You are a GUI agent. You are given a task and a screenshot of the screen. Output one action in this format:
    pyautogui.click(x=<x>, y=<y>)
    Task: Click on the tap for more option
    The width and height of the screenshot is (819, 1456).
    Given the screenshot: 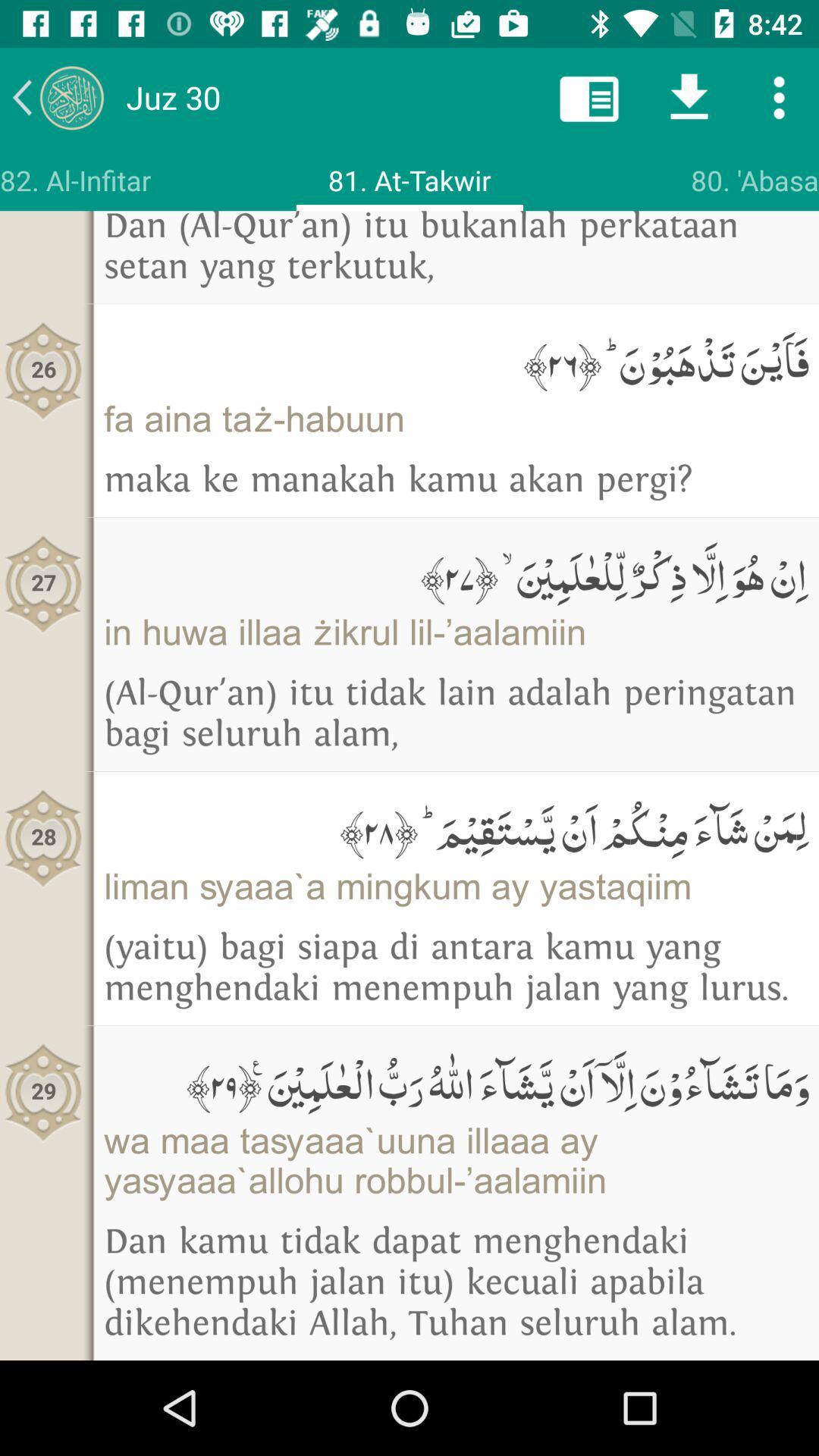 What is the action you would take?
    pyautogui.click(x=779, y=96)
    